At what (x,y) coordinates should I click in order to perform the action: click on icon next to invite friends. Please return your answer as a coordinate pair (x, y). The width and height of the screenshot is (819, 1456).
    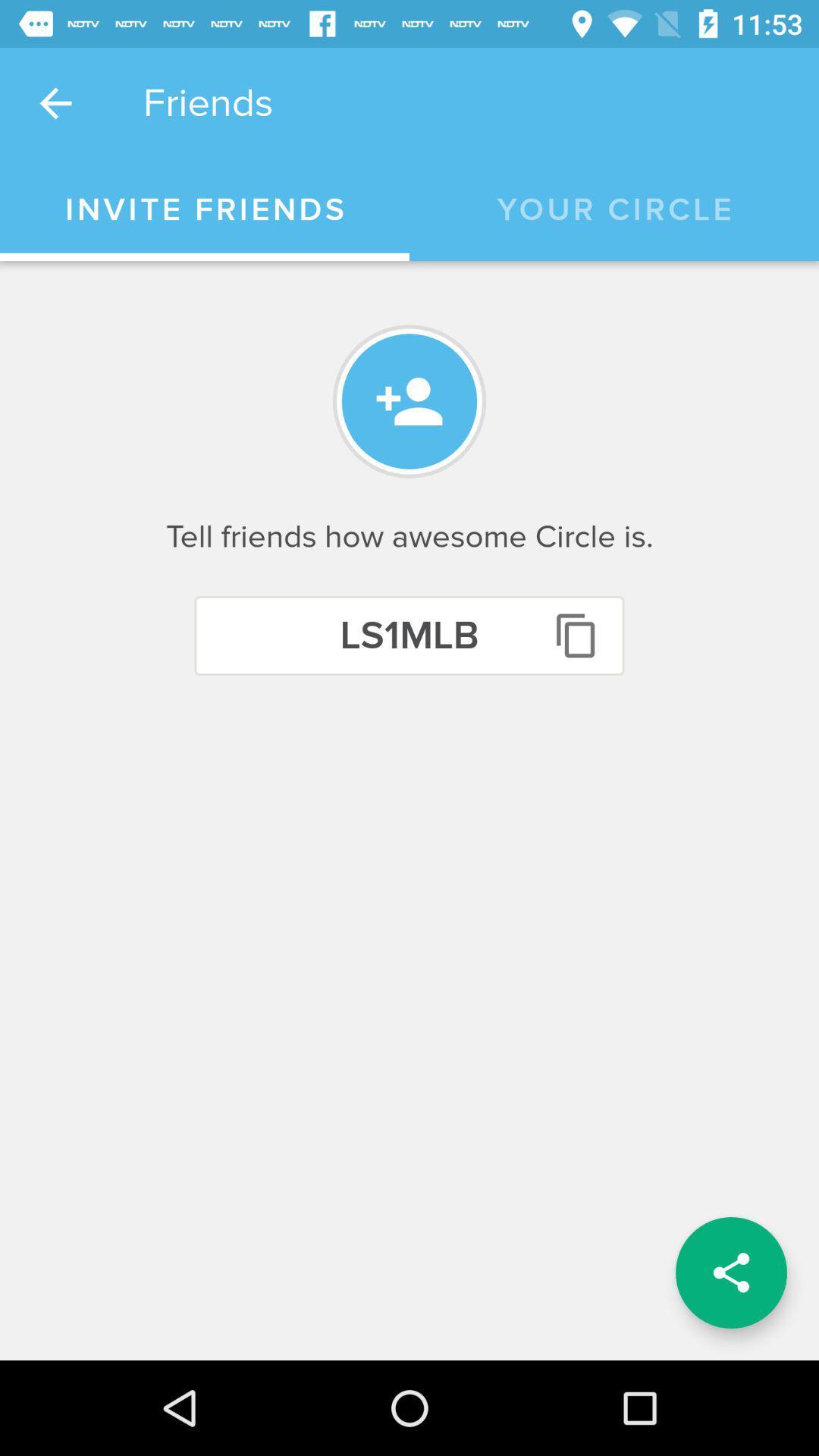
    Looking at the image, I should click on (614, 209).